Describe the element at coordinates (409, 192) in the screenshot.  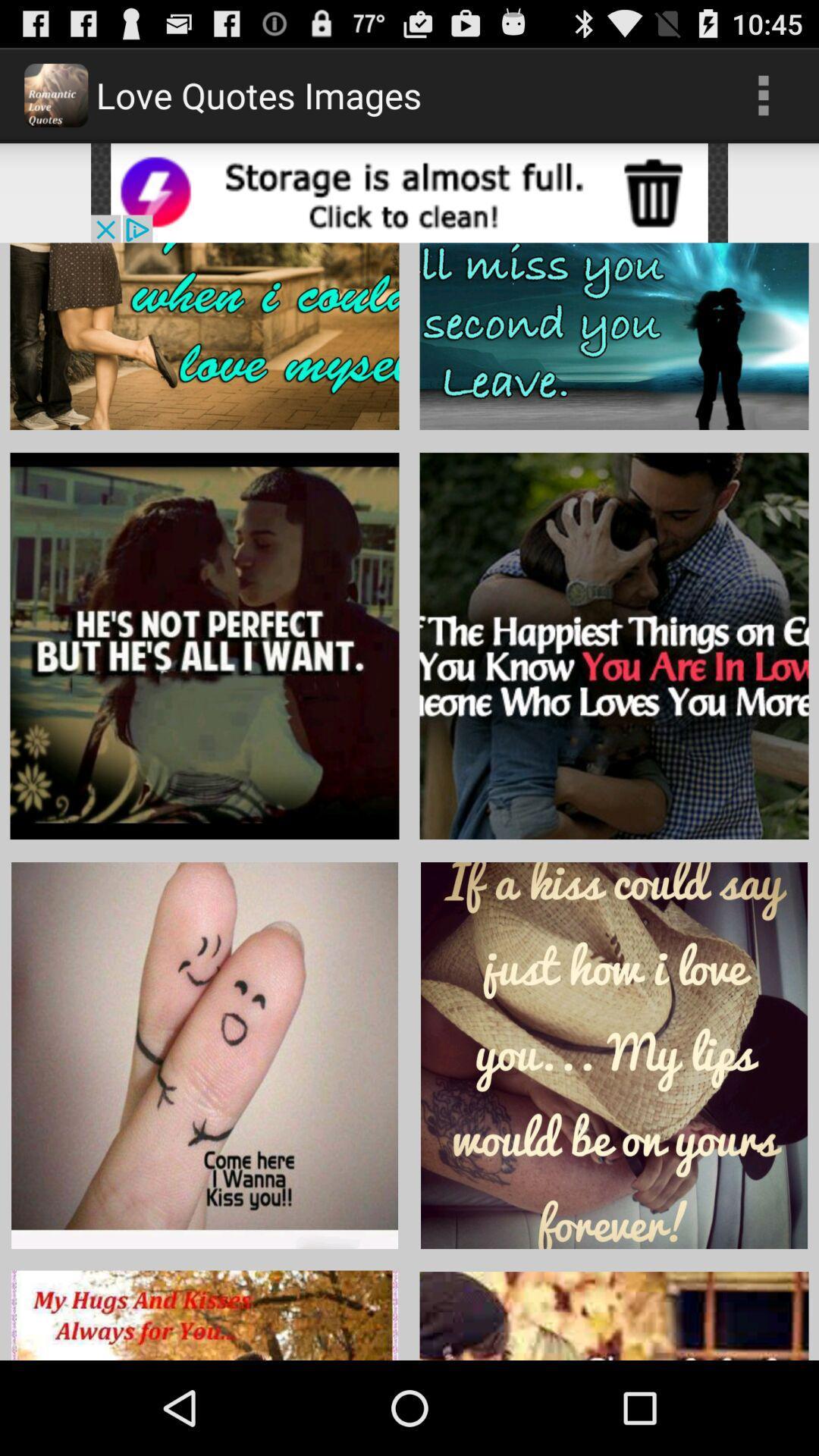
I see `open advertisement` at that location.